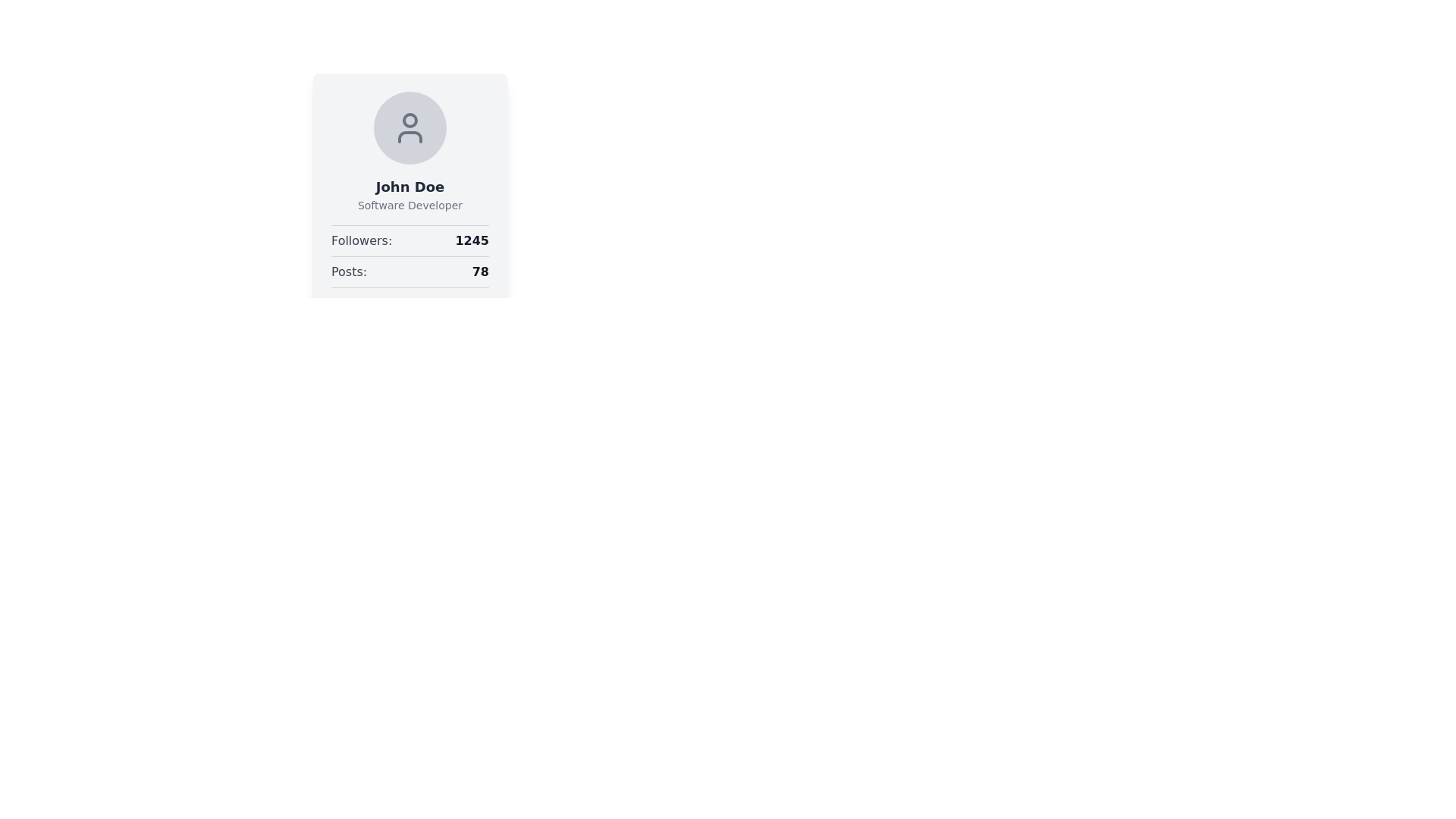 The image size is (1456, 819). Describe the element at coordinates (410, 186) in the screenshot. I see `the text label displaying 'John Doe' in bold dark gray font, positioned below the avatar and above 'Software Developer'` at that location.